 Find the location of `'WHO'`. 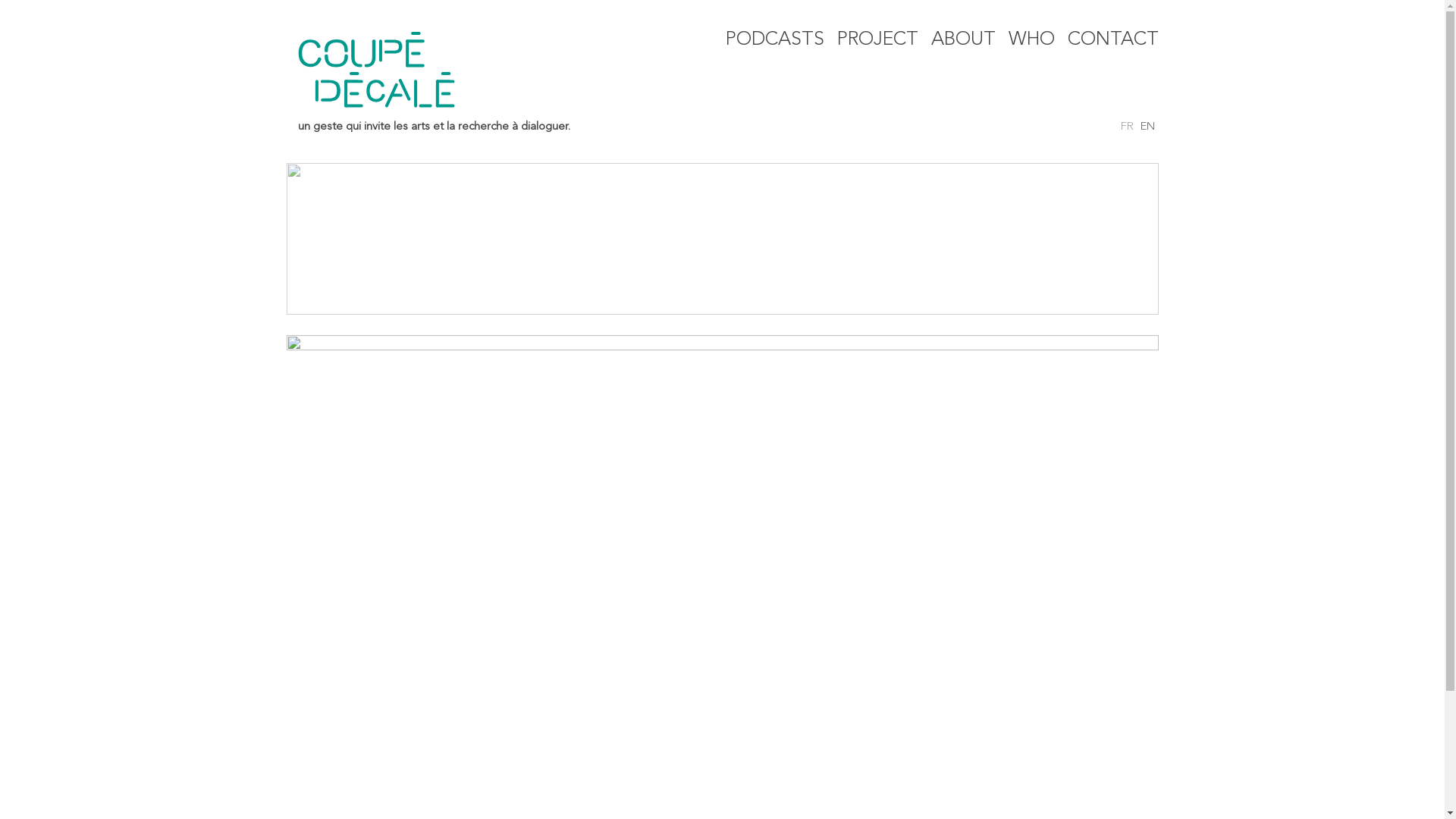

'WHO' is located at coordinates (1031, 39).